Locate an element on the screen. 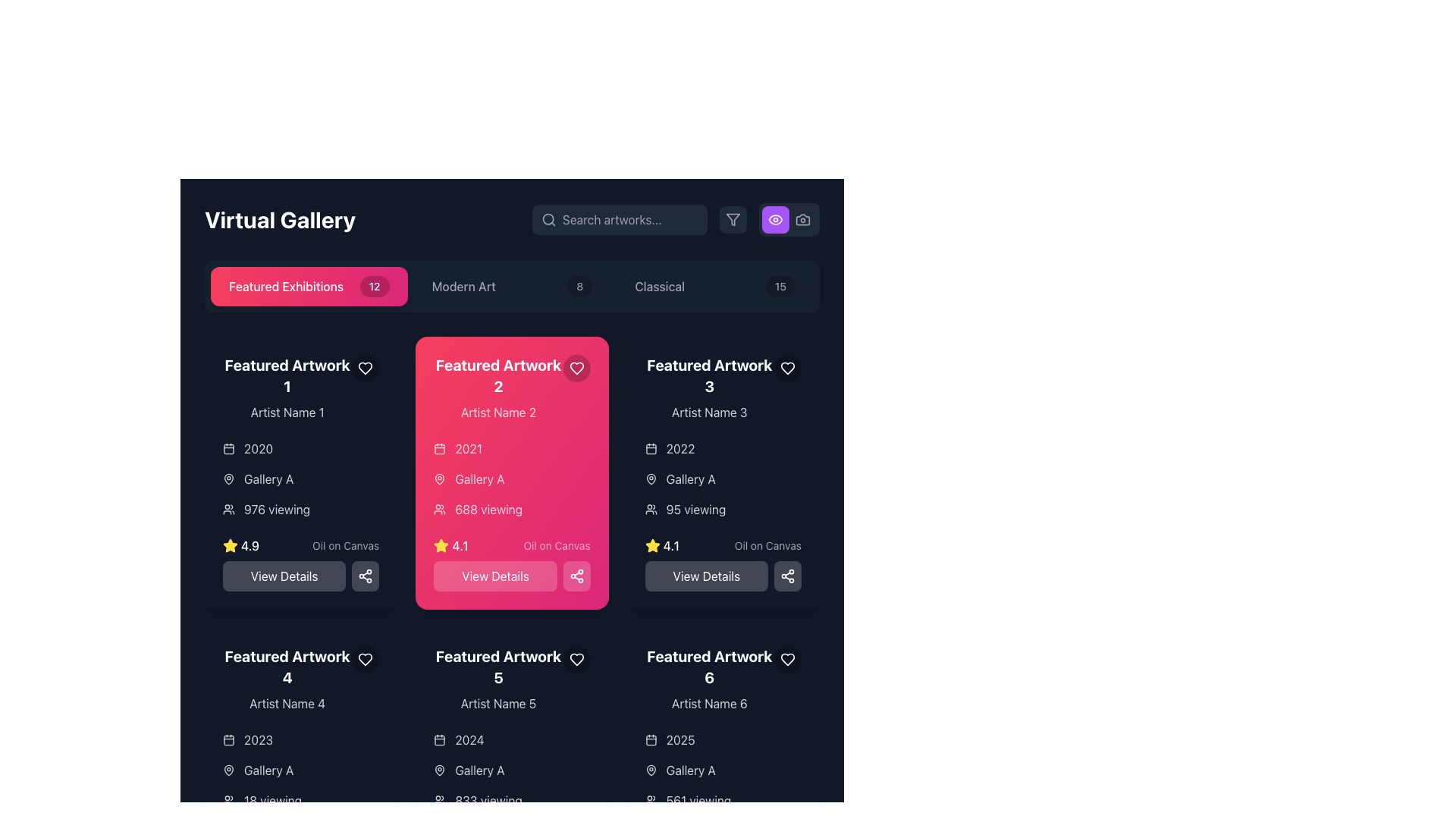 The image size is (1456, 819). numeric indicator badge located at the top-right corner of the 'Classical' section header, which displays the count of items available in this category, specifically the value '15' is located at coordinates (780, 287).